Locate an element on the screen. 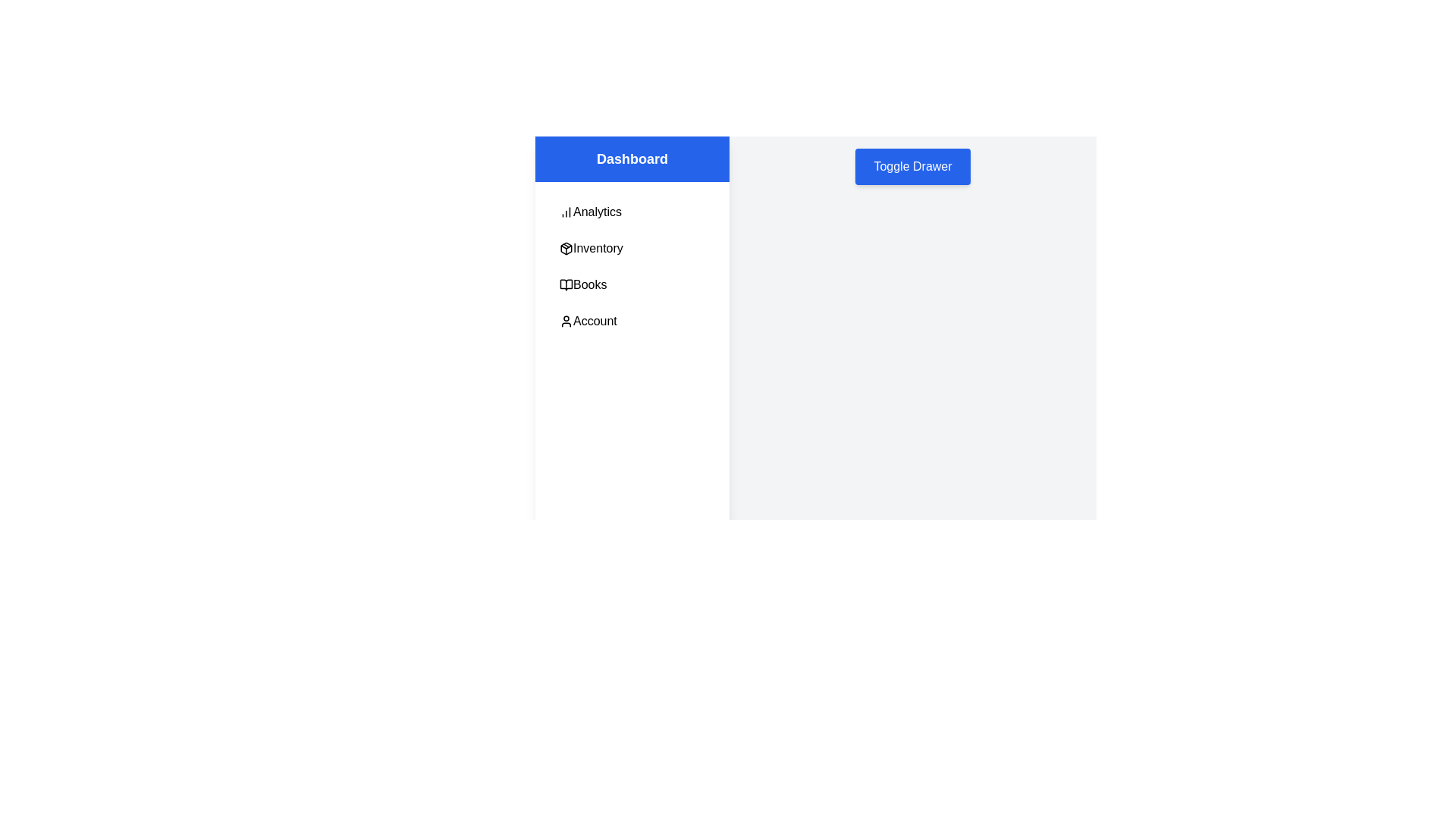 The height and width of the screenshot is (819, 1456). the menu item Inventory in the drawer is located at coordinates (632, 247).